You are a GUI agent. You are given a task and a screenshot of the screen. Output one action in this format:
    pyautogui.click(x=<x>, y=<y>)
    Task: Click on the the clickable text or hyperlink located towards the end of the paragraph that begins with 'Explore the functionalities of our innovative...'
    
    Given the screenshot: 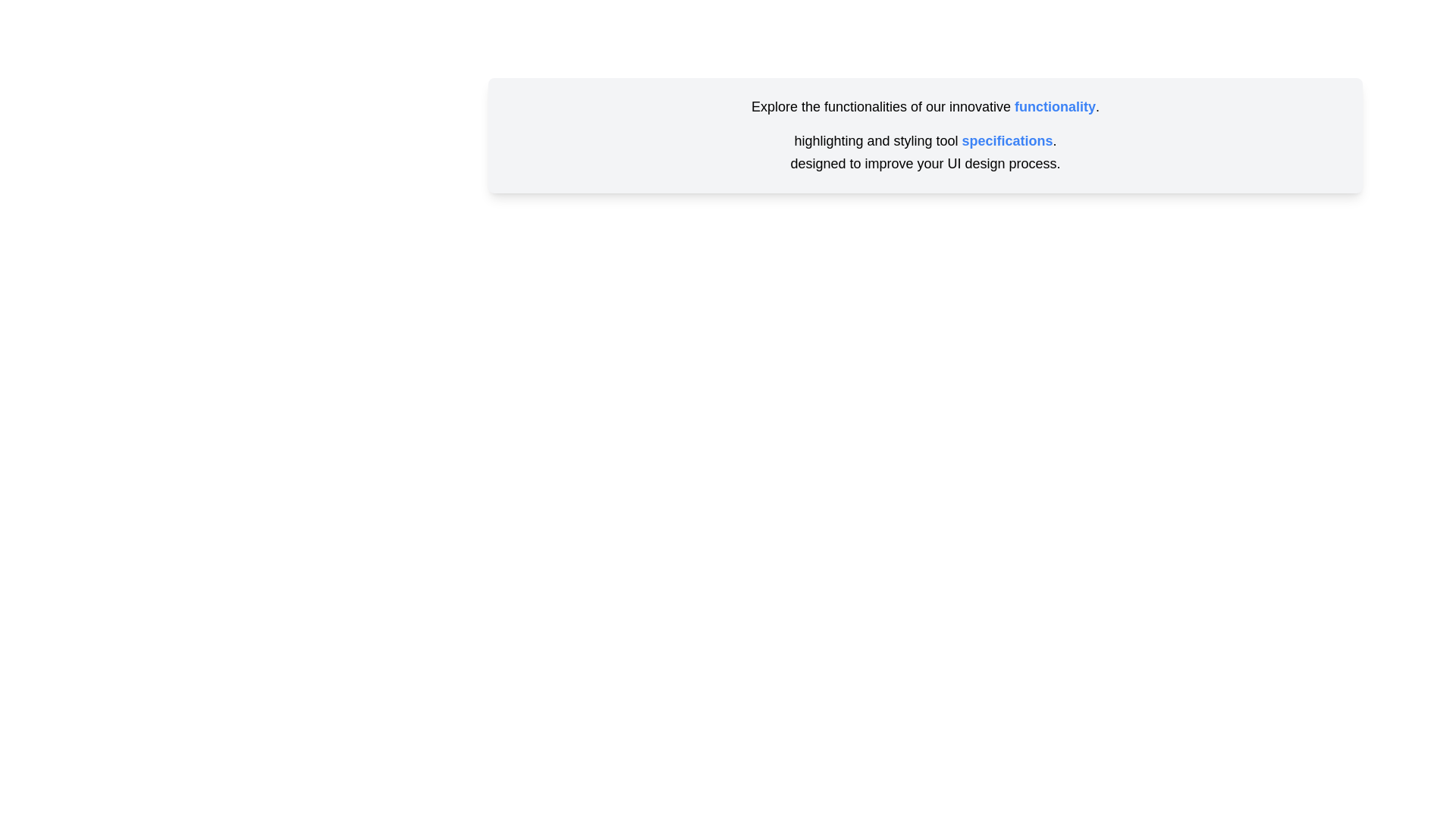 What is the action you would take?
    pyautogui.click(x=1054, y=106)
    